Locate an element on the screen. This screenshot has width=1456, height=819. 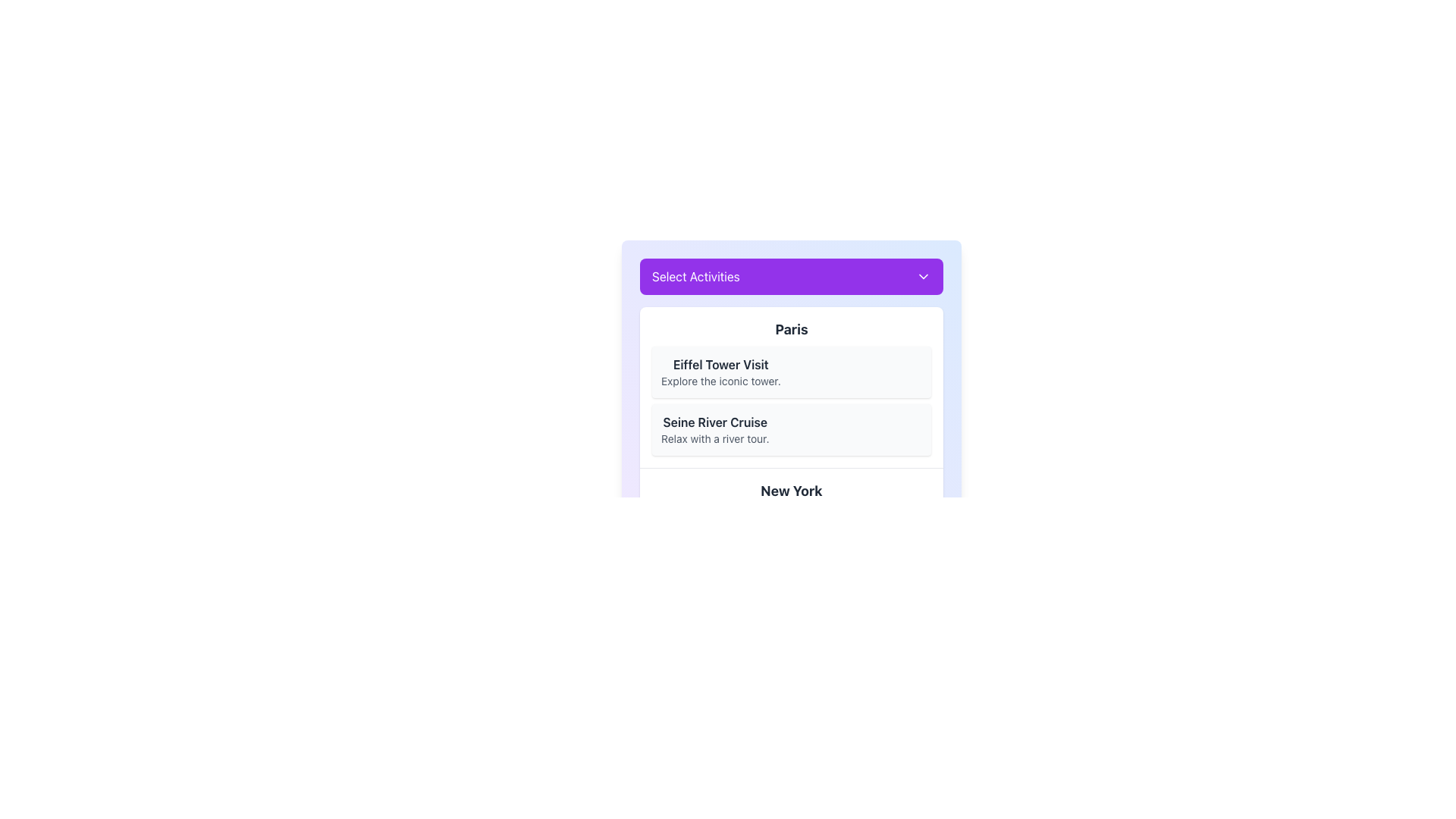
the text label that reads 'Explore the iconic tower.' which is positioned beneath the 'Eiffel Tower Visit' label in the 'Paris' section is located at coordinates (720, 380).